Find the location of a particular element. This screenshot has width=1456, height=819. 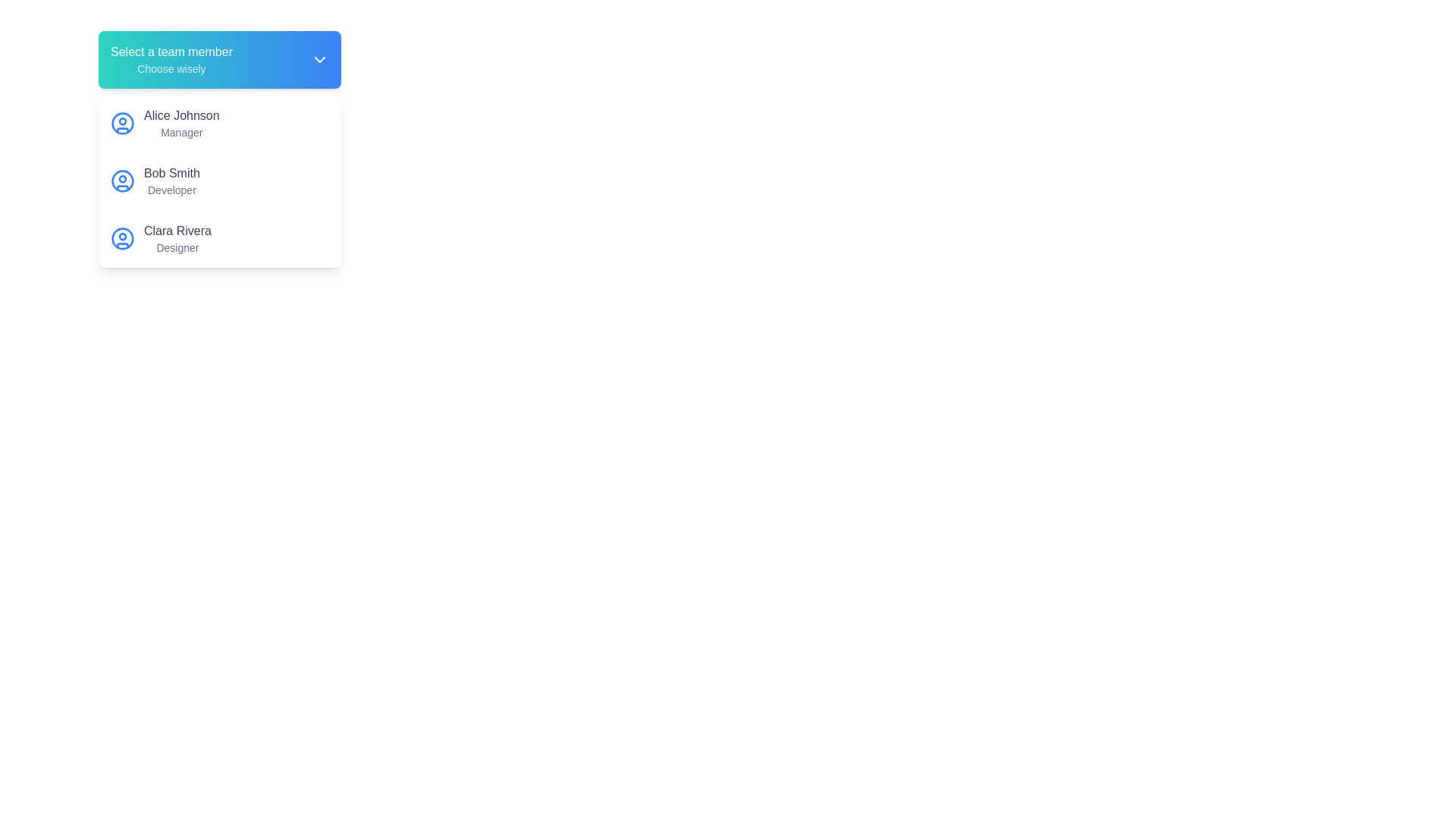

the static text label displaying 'Select a team member', which is prominently placed on a gradient blue-green background as the primary label within a dropdown component is located at coordinates (171, 52).